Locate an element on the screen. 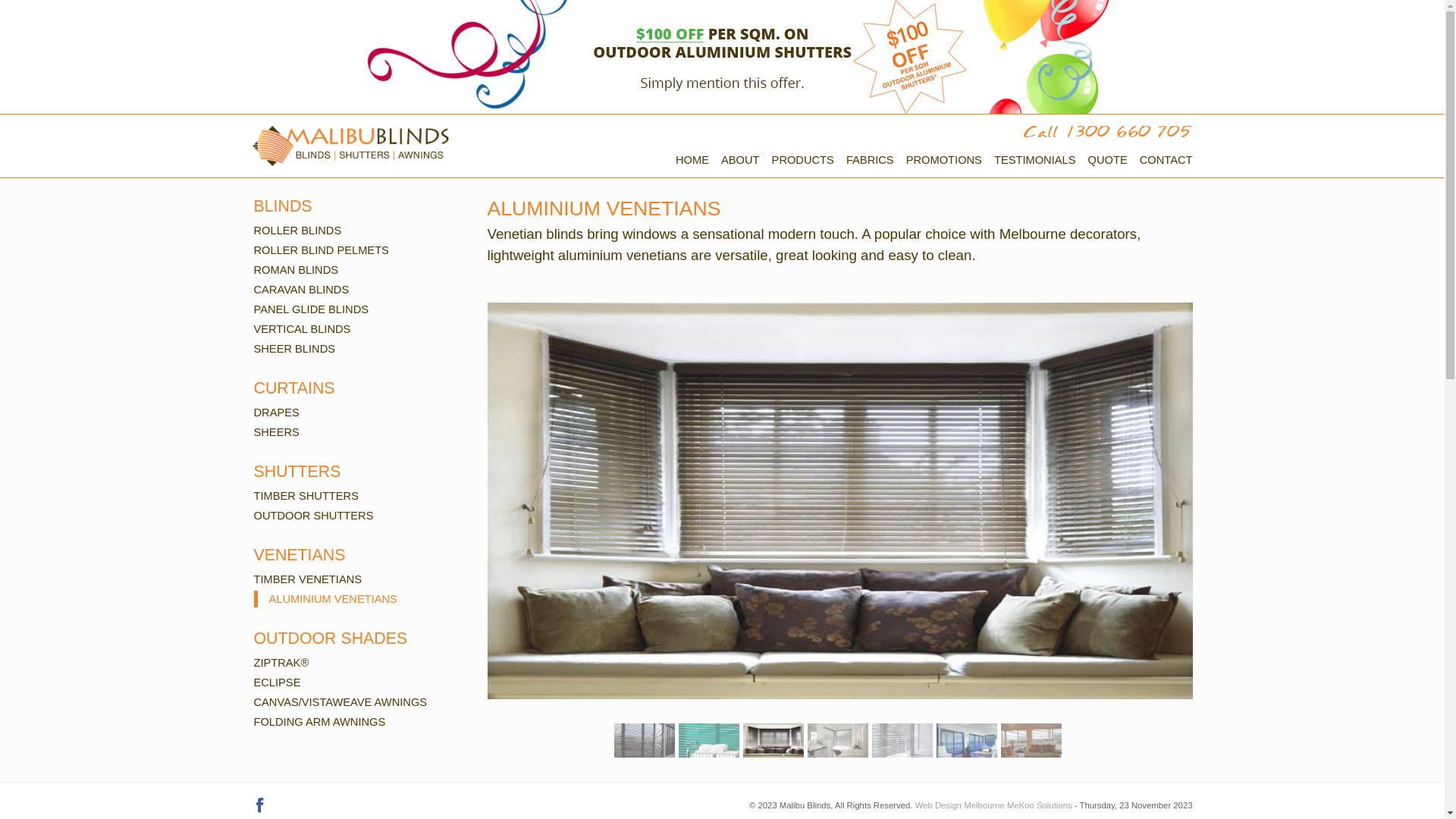 The height and width of the screenshot is (819, 1456). 'TESTIMONIALS' is located at coordinates (1034, 160).